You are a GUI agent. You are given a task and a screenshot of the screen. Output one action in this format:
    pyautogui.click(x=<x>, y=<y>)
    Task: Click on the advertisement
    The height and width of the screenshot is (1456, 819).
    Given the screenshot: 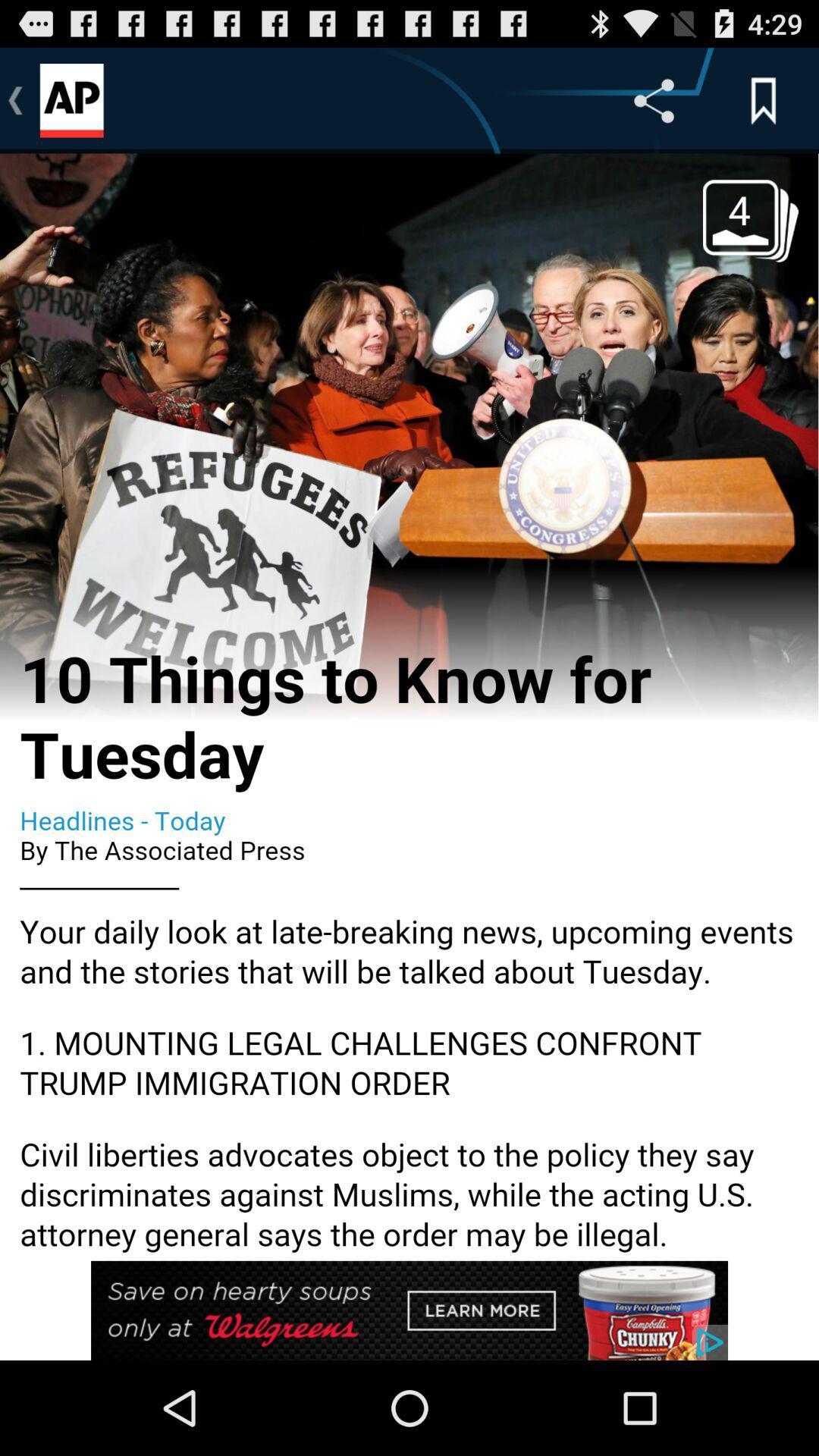 What is the action you would take?
    pyautogui.click(x=409, y=1310)
    